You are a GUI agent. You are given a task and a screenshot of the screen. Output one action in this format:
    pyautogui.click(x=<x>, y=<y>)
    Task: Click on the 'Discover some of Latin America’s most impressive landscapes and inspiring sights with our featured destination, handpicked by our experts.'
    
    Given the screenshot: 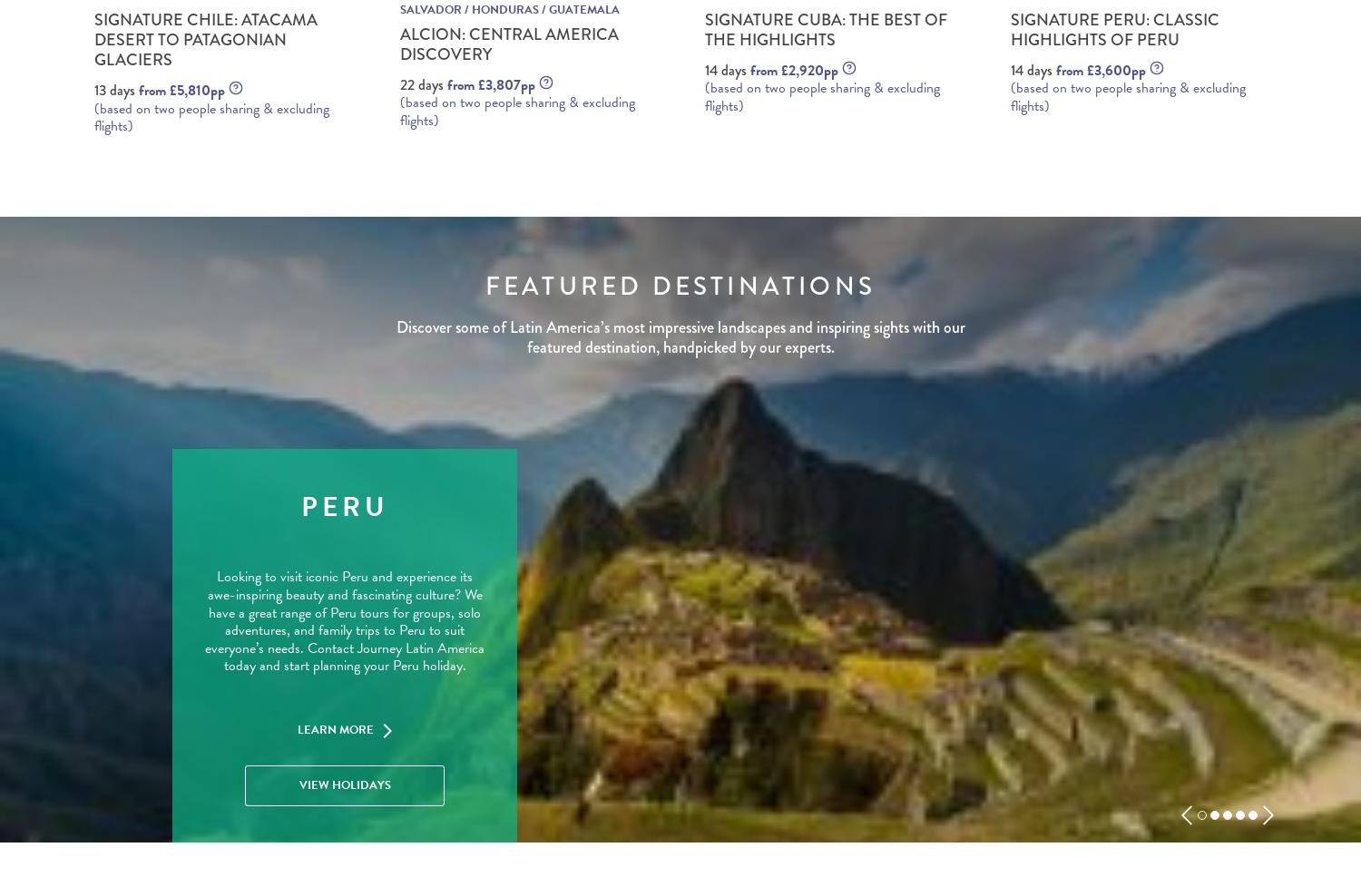 What is the action you would take?
    pyautogui.click(x=679, y=336)
    